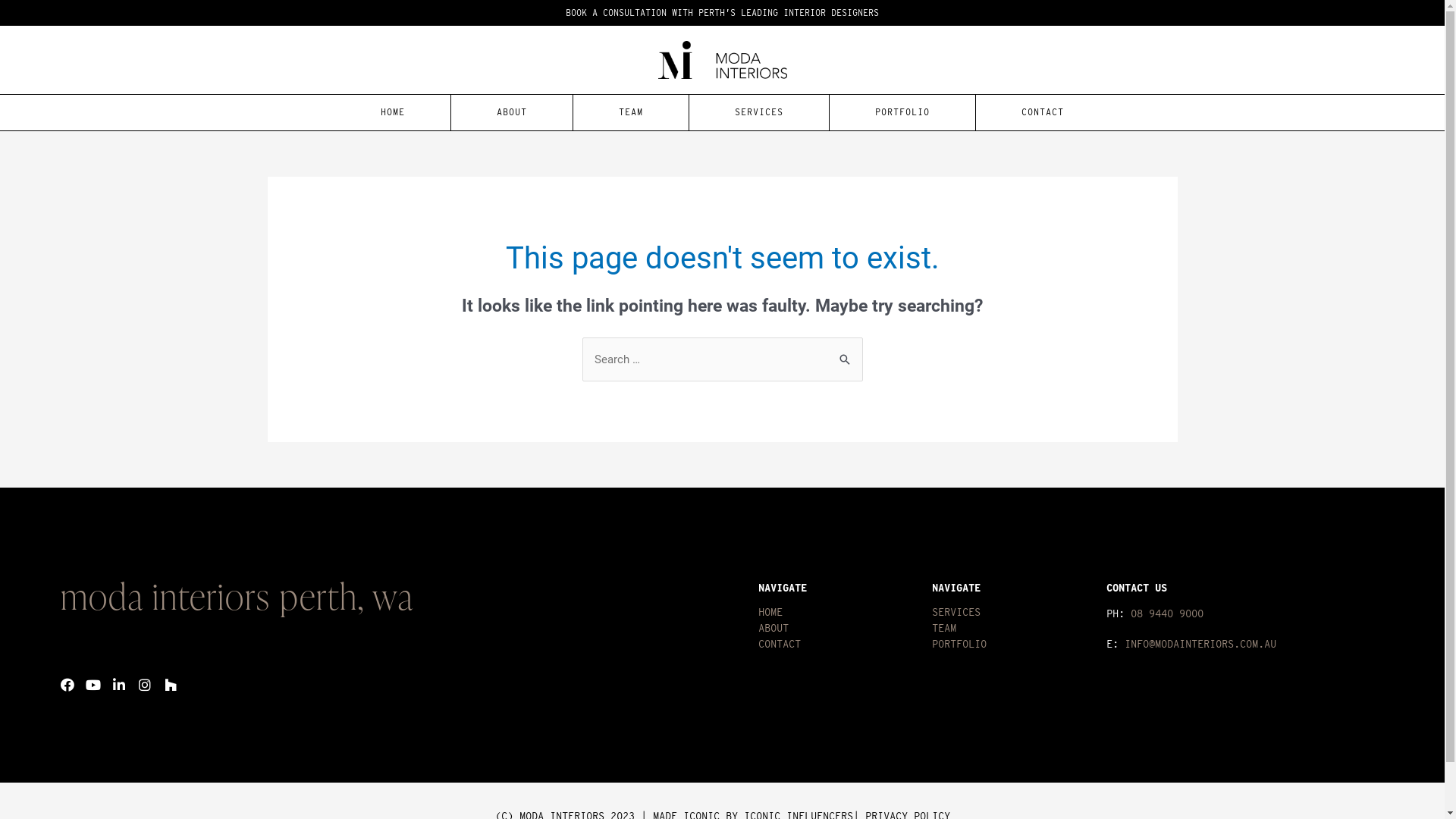 The height and width of the screenshot is (819, 1456). Describe the element at coordinates (1011, 644) in the screenshot. I see `'PORTFOLIO'` at that location.